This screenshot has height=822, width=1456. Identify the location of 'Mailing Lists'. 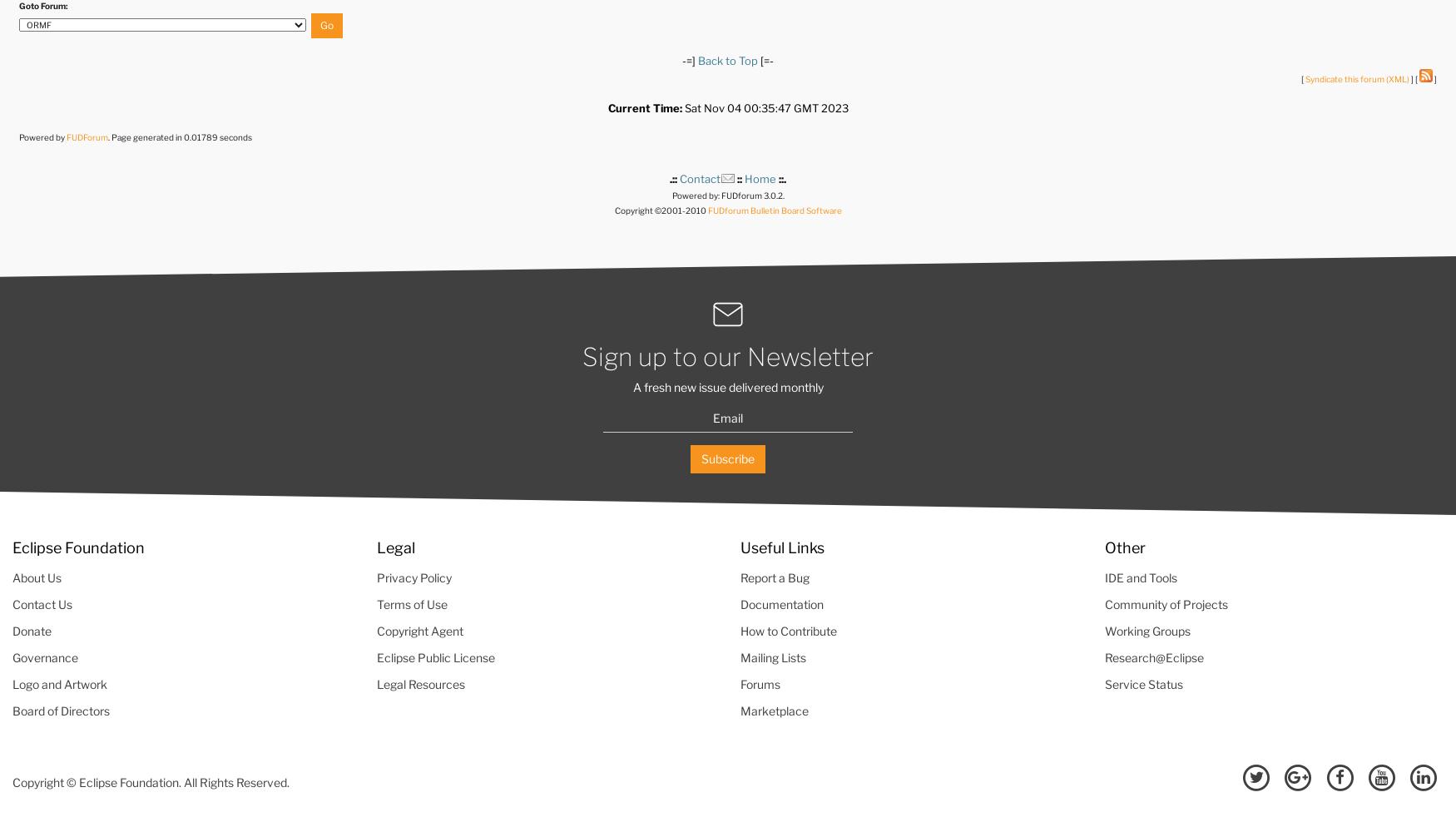
(772, 656).